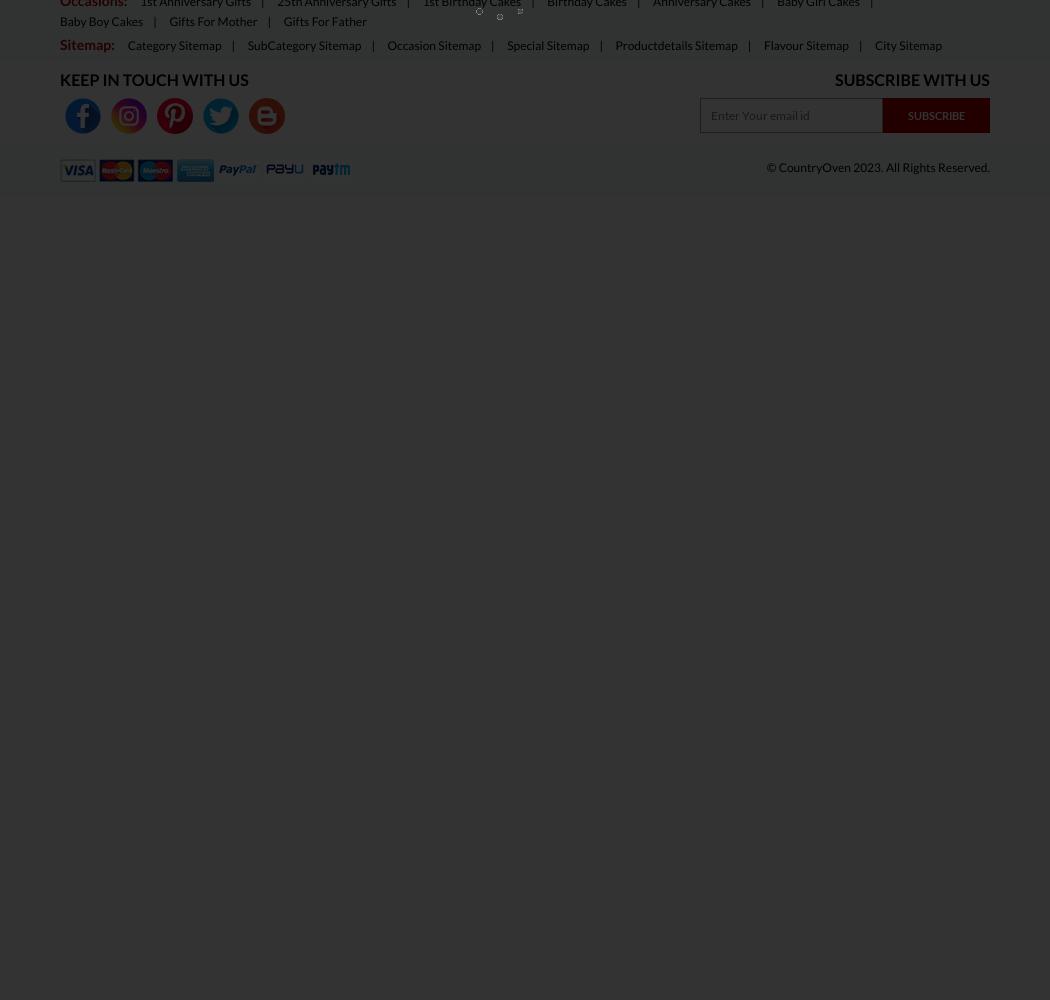 The width and height of the screenshot is (1050, 1000). Describe the element at coordinates (912, 78) in the screenshot. I see `'Subscribe With us'` at that location.